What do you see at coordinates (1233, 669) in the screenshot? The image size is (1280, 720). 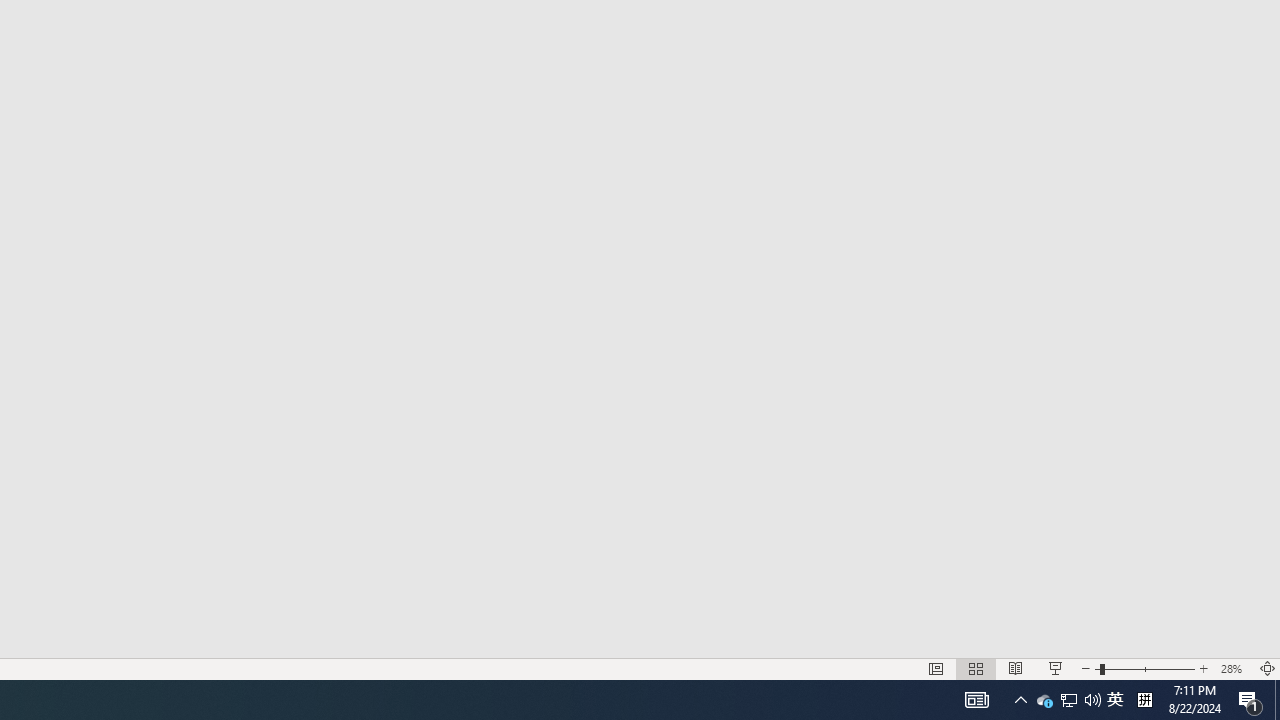 I see `'Zoom 28%'` at bounding box center [1233, 669].